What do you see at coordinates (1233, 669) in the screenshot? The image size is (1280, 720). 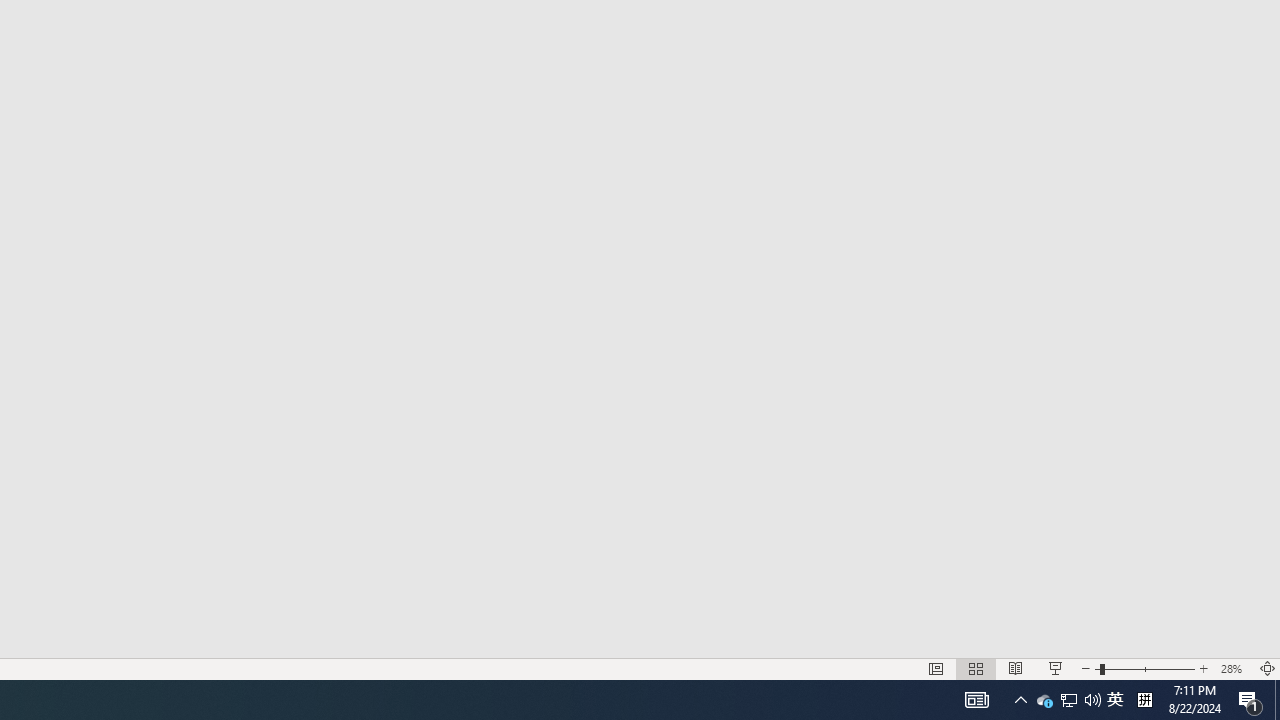 I see `'Zoom 28%'` at bounding box center [1233, 669].